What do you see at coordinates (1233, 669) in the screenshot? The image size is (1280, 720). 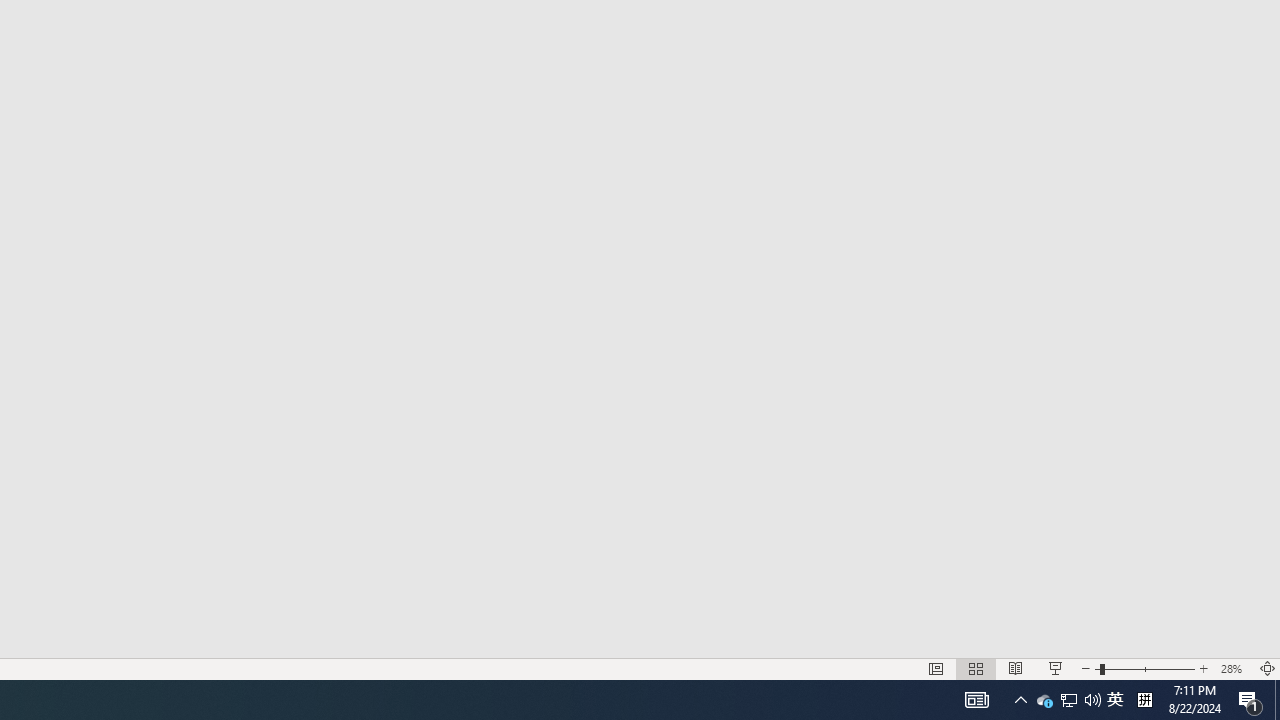 I see `'Zoom 28%'` at bounding box center [1233, 669].